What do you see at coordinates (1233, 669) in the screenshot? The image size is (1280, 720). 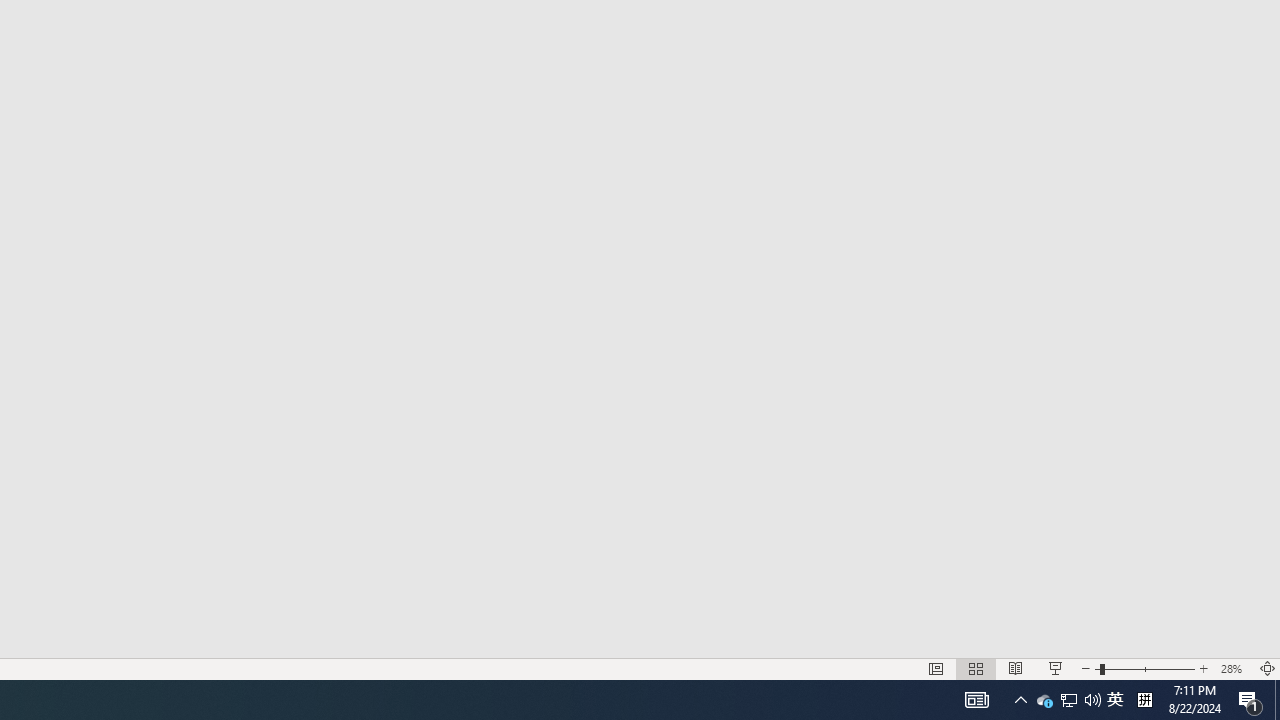 I see `'Zoom 28%'` at bounding box center [1233, 669].